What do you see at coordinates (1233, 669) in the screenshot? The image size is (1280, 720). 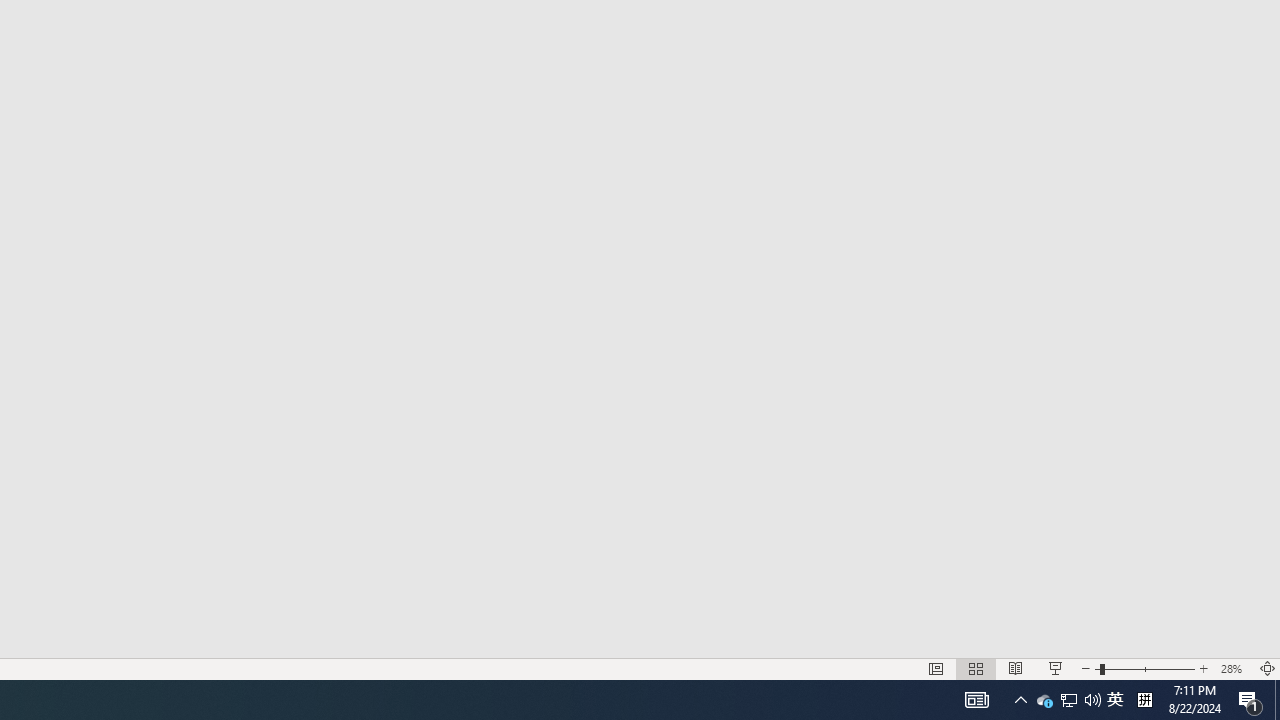 I see `'Zoom 28%'` at bounding box center [1233, 669].